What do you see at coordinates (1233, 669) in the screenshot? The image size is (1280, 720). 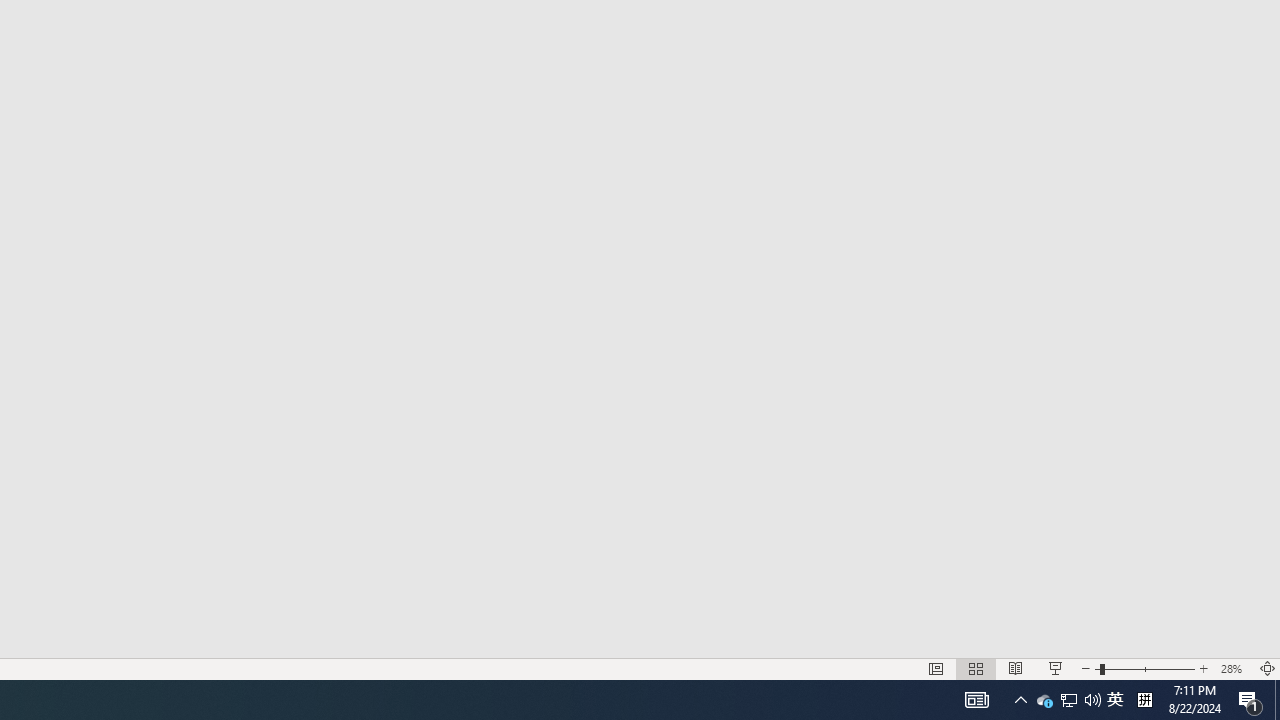 I see `'Zoom 28%'` at bounding box center [1233, 669].